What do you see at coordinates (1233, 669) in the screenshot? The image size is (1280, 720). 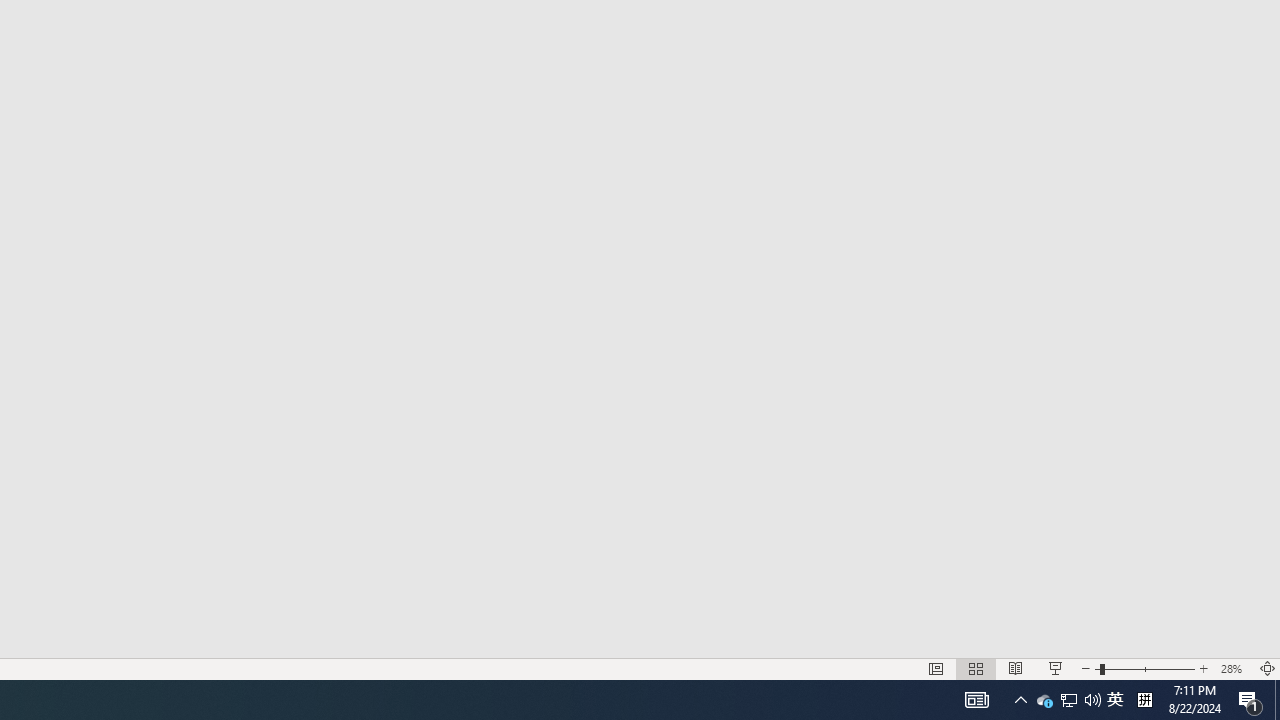 I see `'Zoom 28%'` at bounding box center [1233, 669].